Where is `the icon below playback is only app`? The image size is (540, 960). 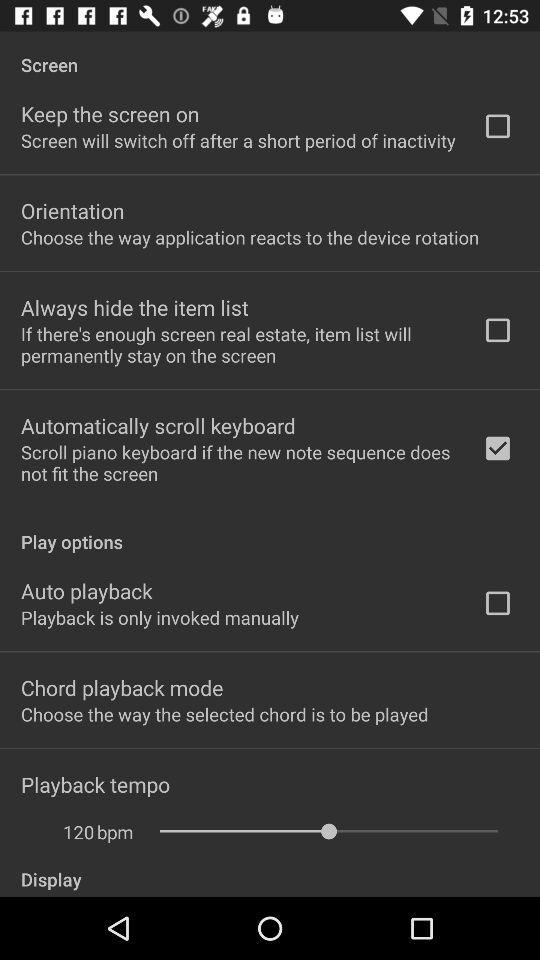 the icon below playback is only app is located at coordinates (122, 687).